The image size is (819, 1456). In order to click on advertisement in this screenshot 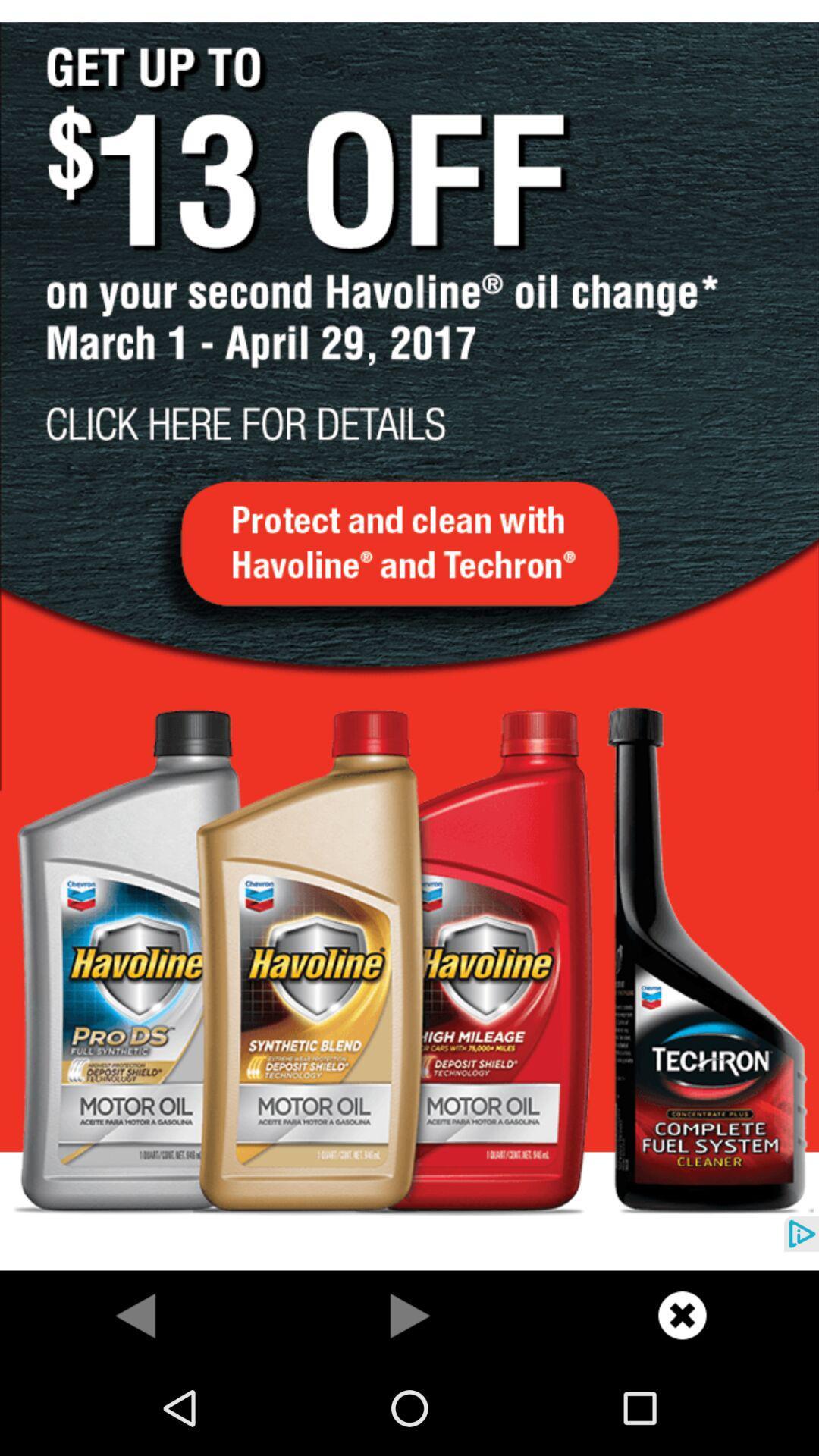, I will do `click(409, 635)`.